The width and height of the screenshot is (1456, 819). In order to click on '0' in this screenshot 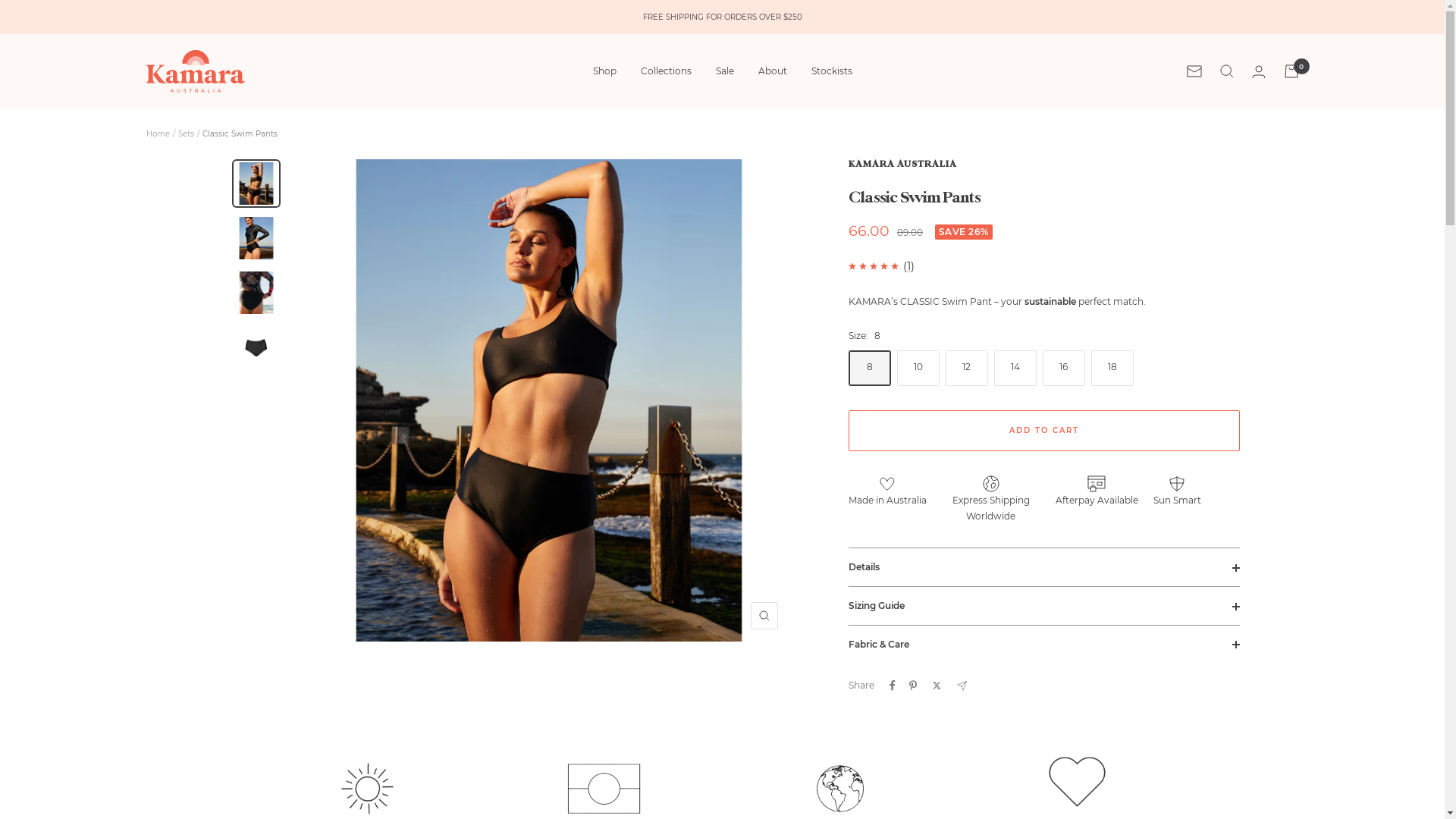, I will do `click(1290, 71)`.